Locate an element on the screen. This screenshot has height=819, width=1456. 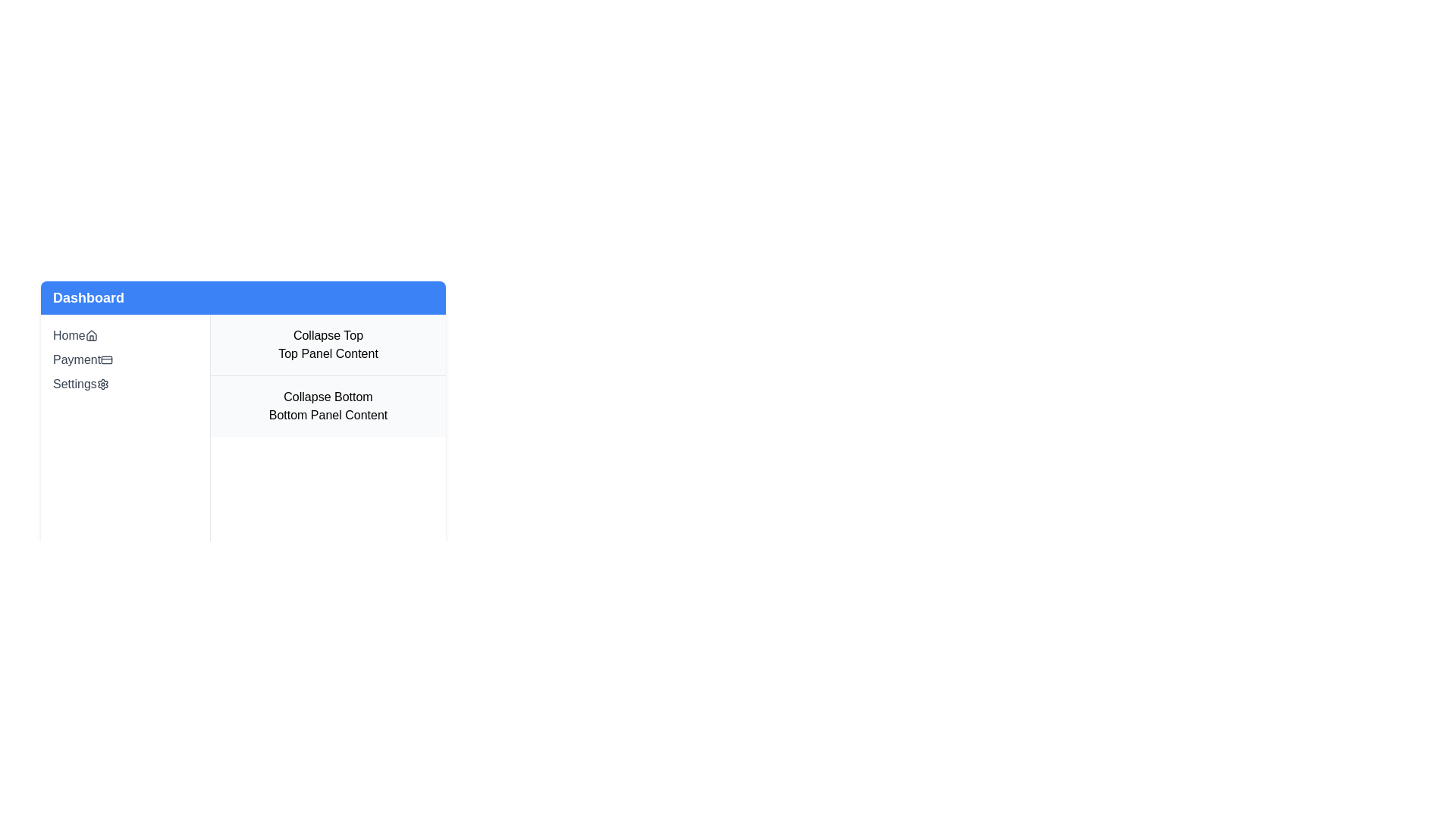
the Gear icon in the settings menu is located at coordinates (102, 383).